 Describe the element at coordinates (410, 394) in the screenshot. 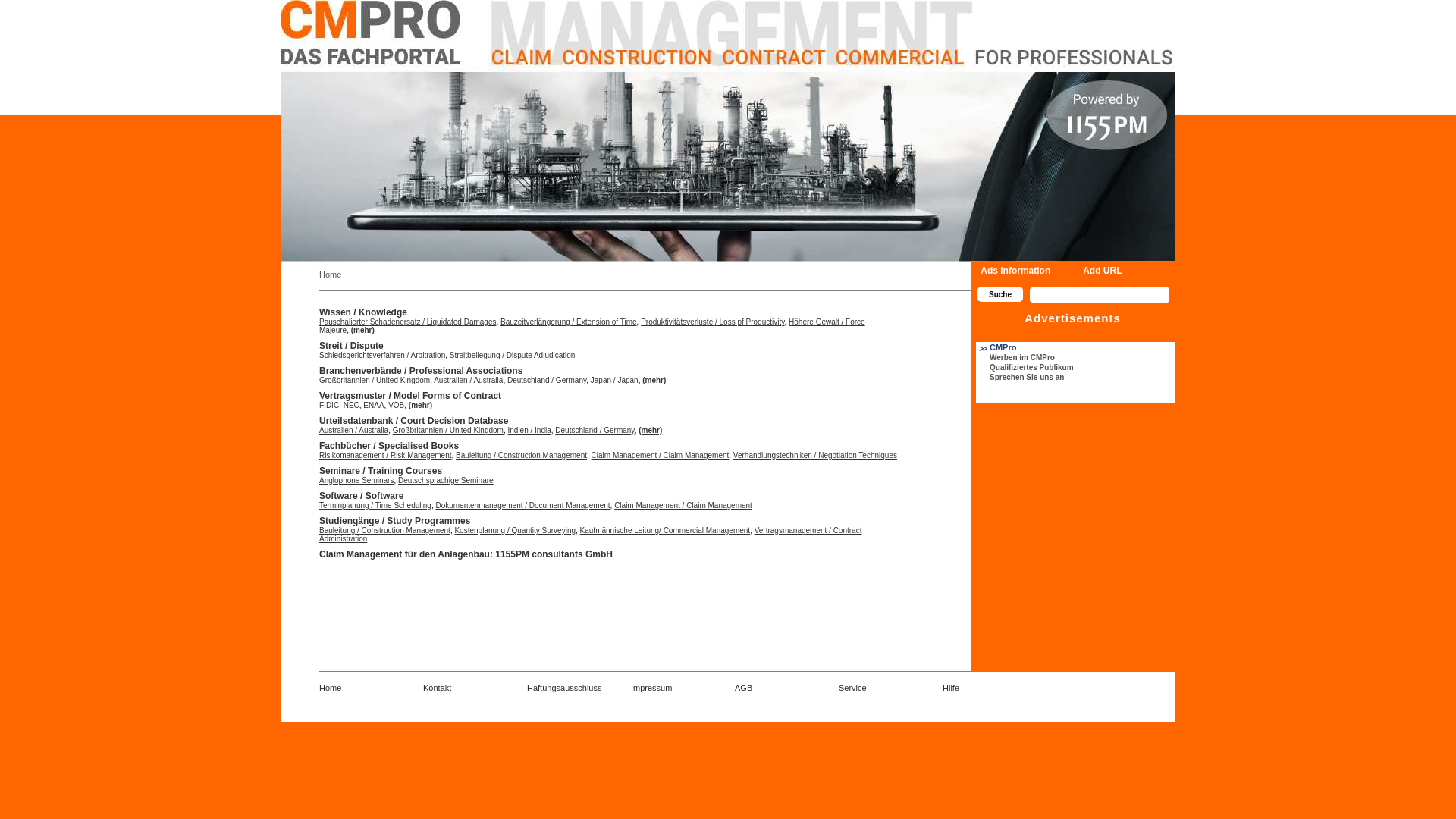

I see `'Vertragsmuster / Model Forms of Contract'` at that location.